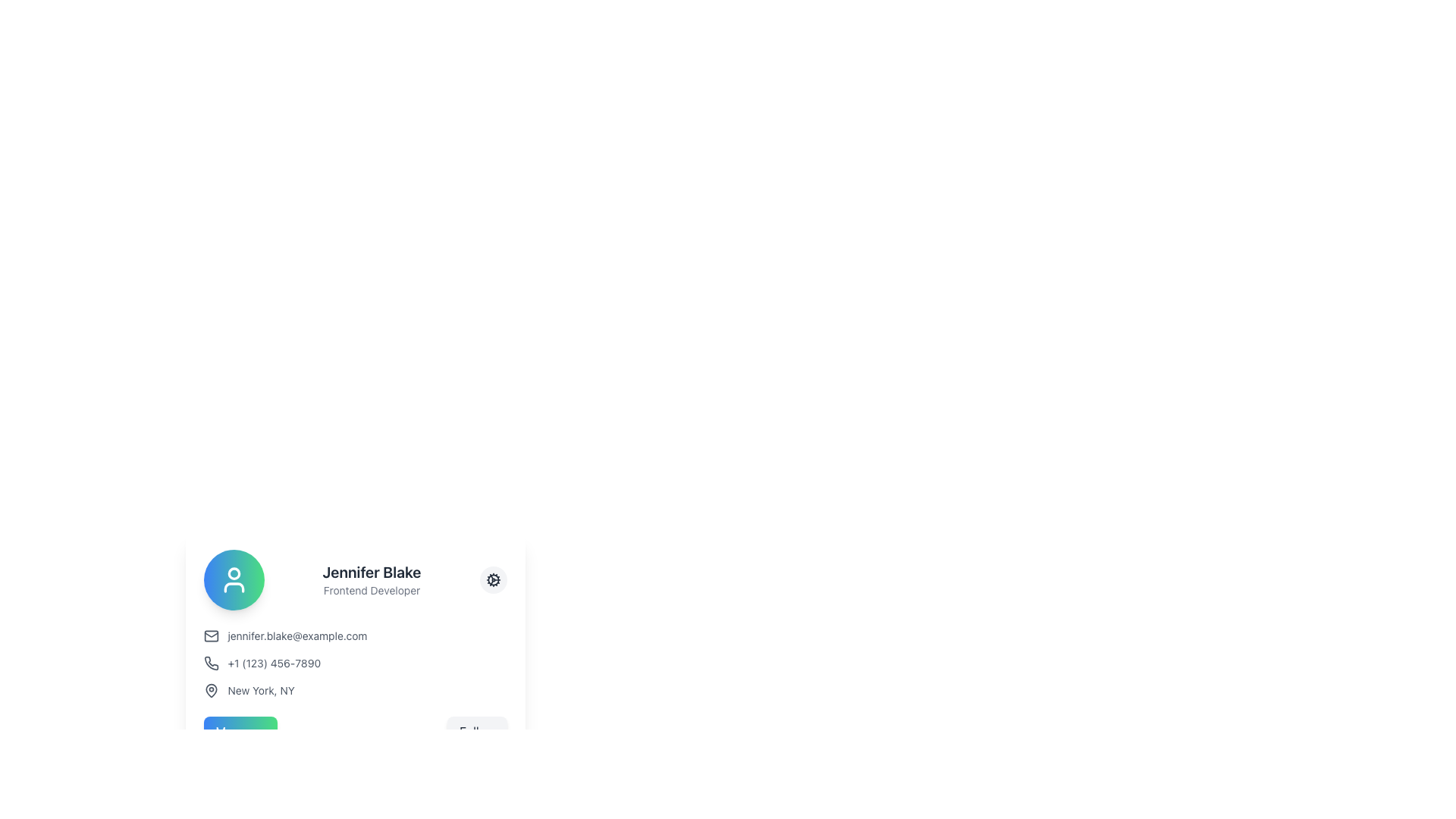 The height and width of the screenshot is (819, 1456). Describe the element at coordinates (210, 635) in the screenshot. I see `the upper part of the email icon that visually supports the email address in the contact details section` at that location.